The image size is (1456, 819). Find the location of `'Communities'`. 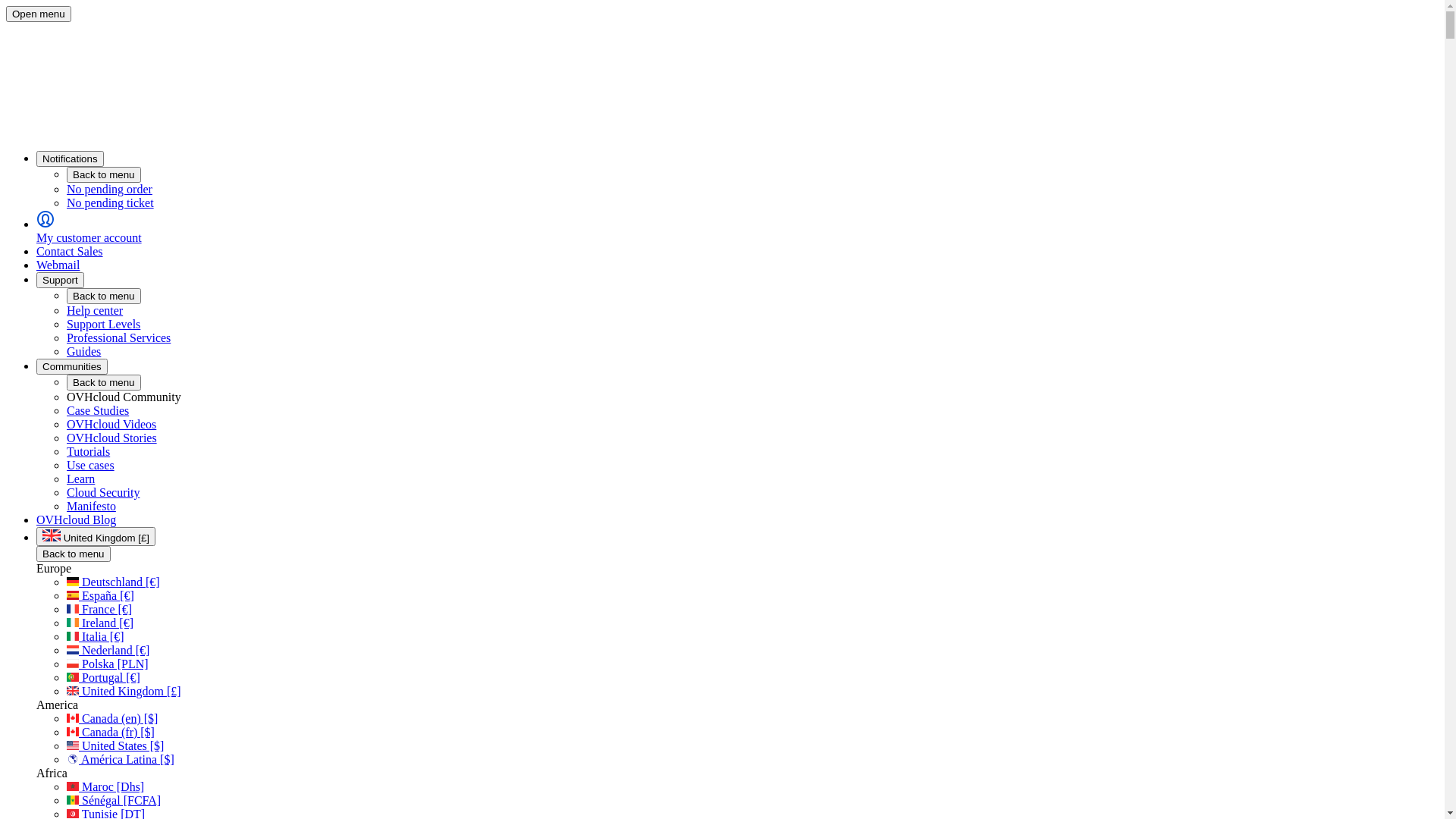

'Communities' is located at coordinates (71, 366).